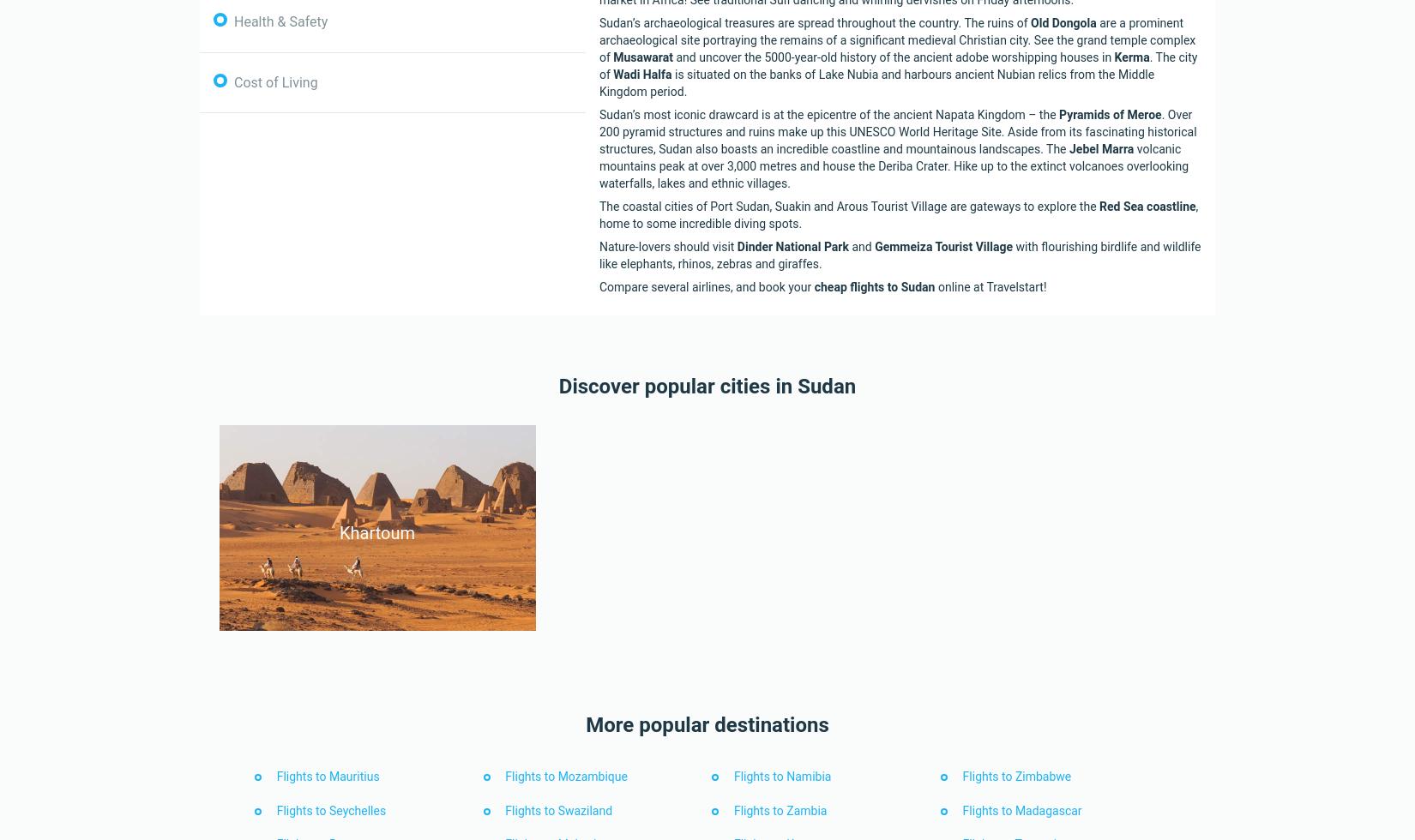  What do you see at coordinates (828, 113) in the screenshot?
I see `'Sudan’s most iconic drawcard is at the epicentre of the ancient Napata Kingdom – the'` at bounding box center [828, 113].